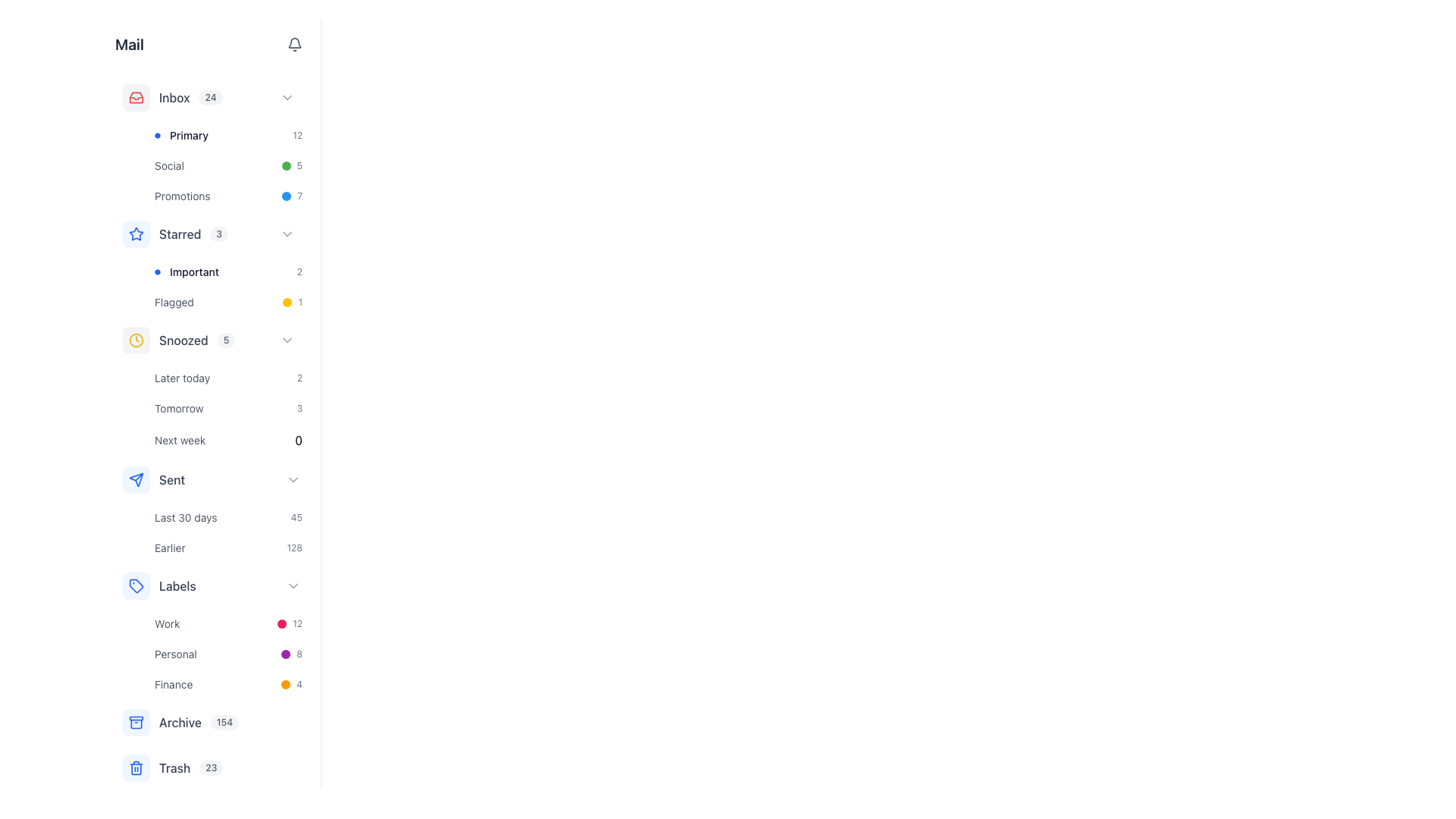 The width and height of the screenshot is (1456, 819). I want to click on the 'Important' label with icon located directly under the 'Starred' section in the left sidebar, so click(186, 271).